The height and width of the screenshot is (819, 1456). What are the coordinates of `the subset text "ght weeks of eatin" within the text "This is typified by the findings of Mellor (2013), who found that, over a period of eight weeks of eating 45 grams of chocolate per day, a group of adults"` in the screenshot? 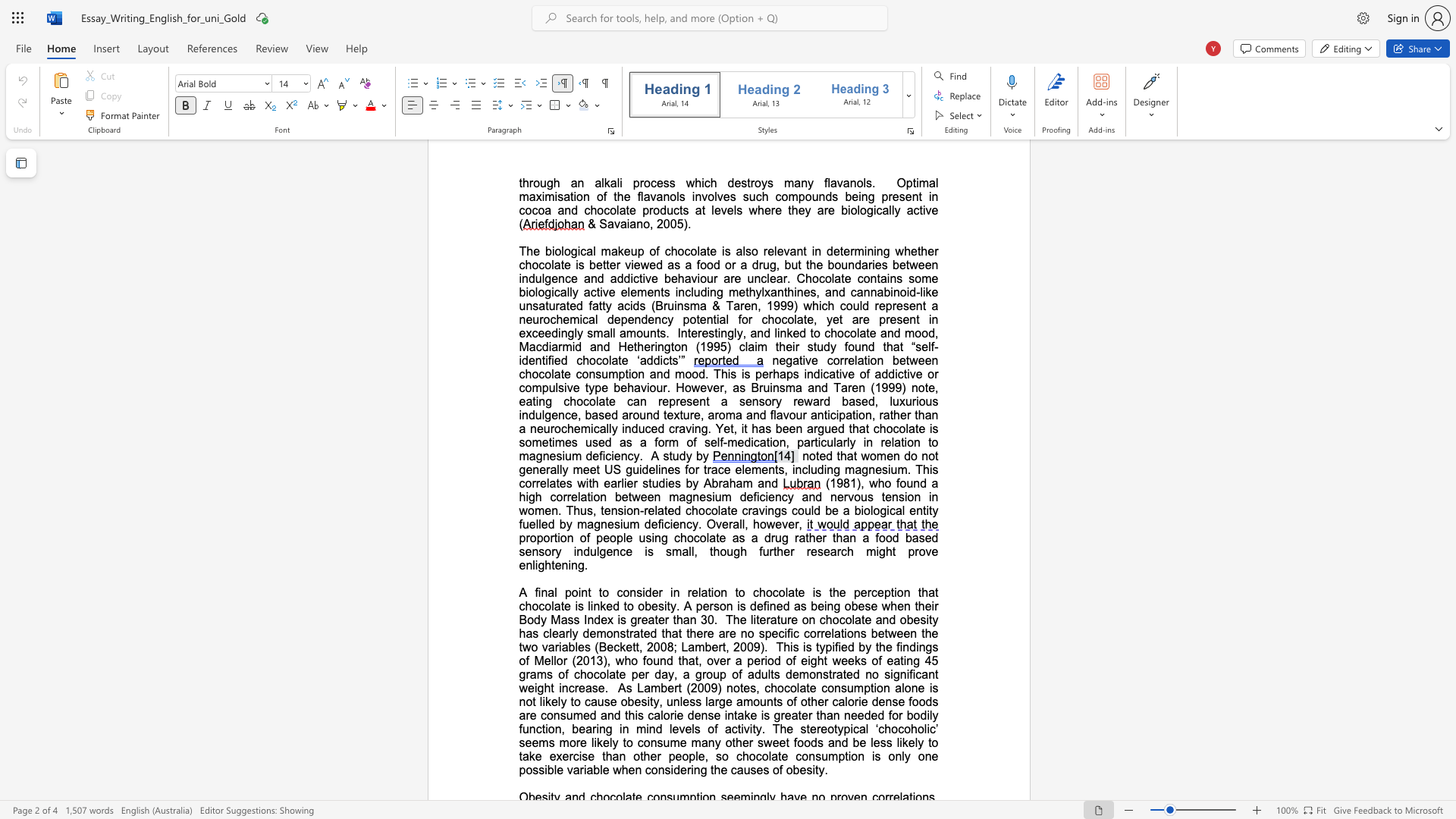 It's located at (809, 660).